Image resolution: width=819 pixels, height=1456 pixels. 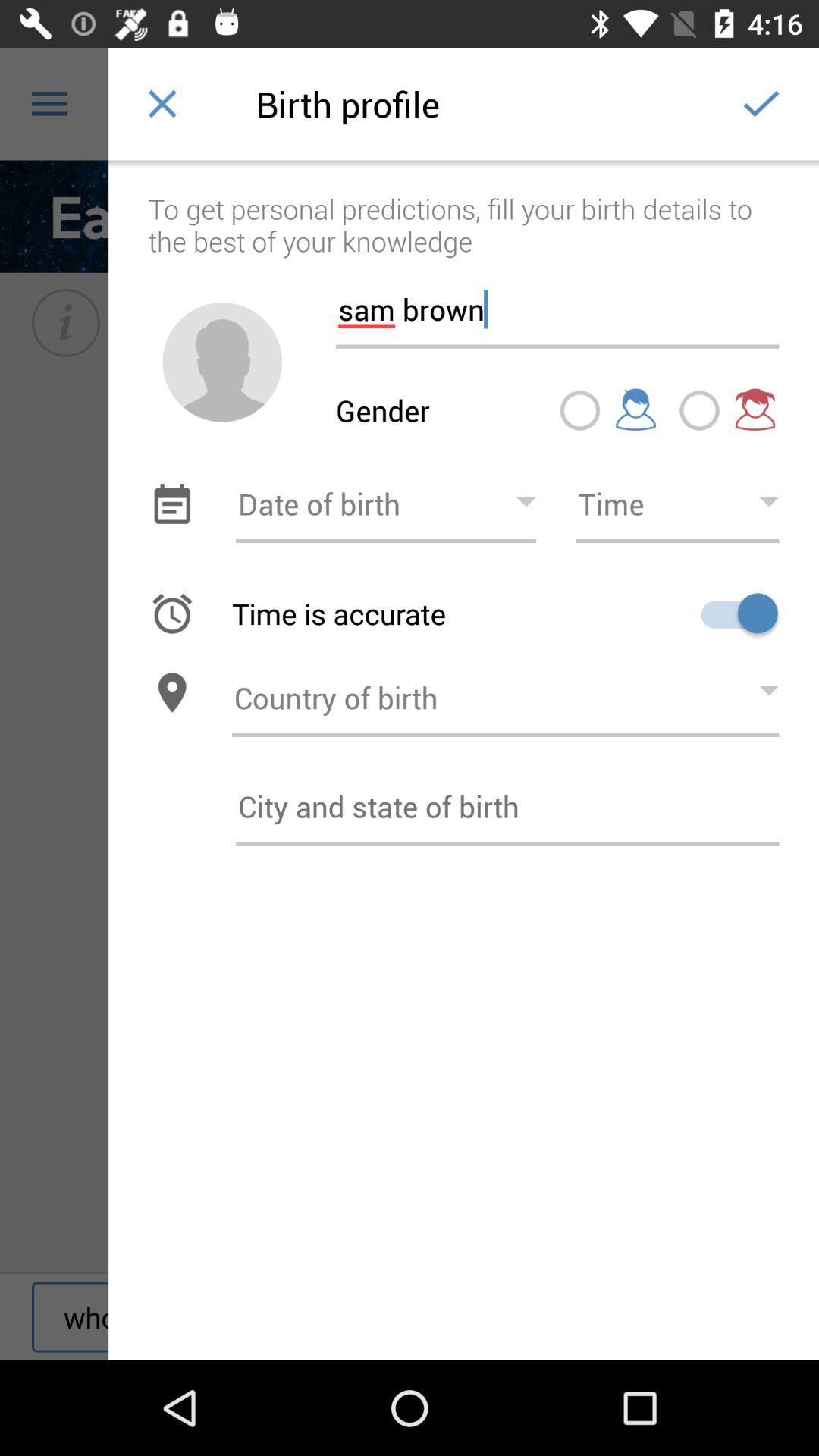 What do you see at coordinates (171, 692) in the screenshot?
I see `switch location option` at bounding box center [171, 692].